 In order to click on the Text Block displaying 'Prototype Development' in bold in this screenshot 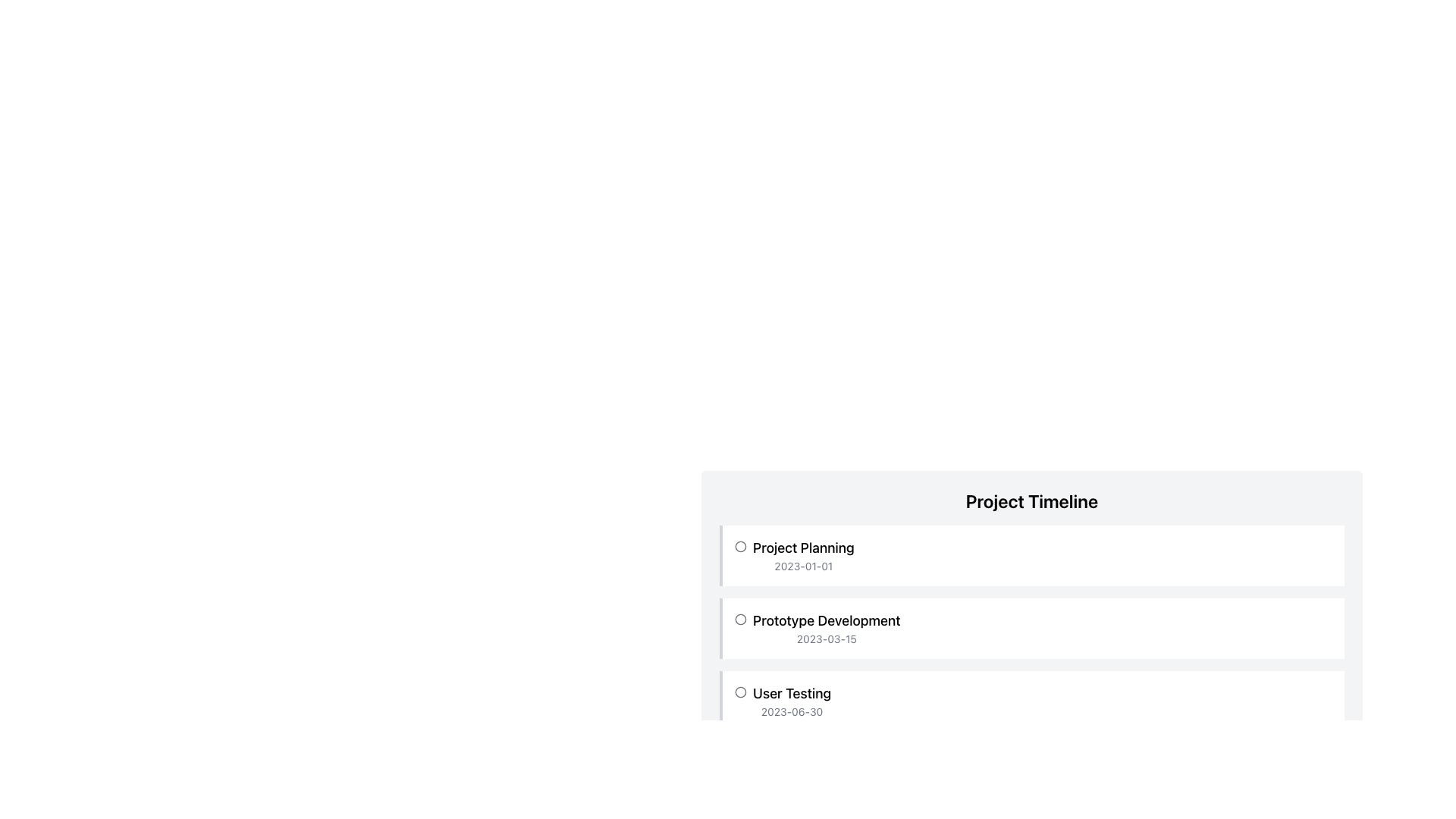, I will do `click(826, 629)`.